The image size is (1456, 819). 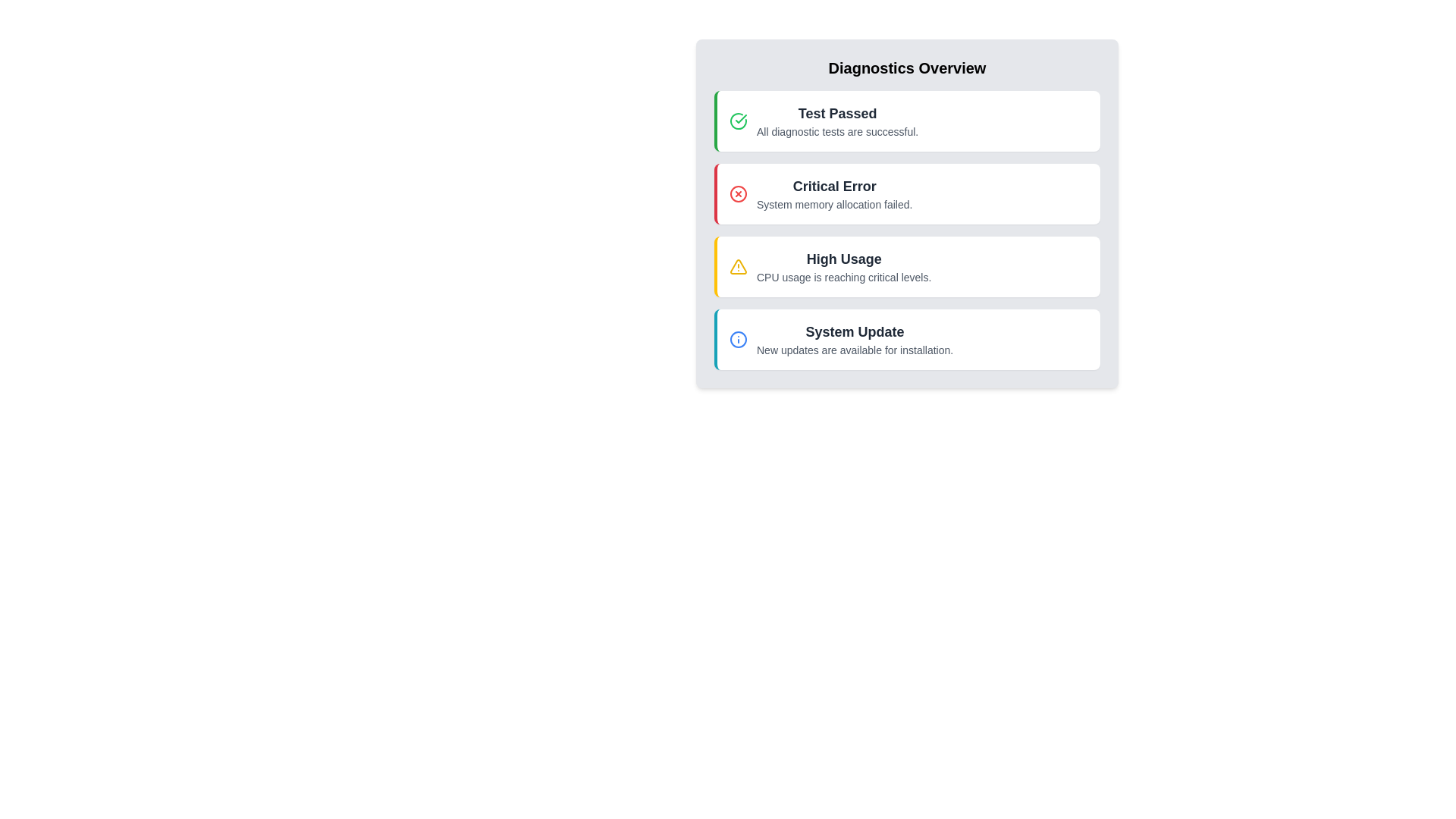 What do you see at coordinates (908, 338) in the screenshot?
I see `the last notification in the 'Diagnostics Overview' box, which is identifiable by its blue left border, indicating system updates are available` at bounding box center [908, 338].